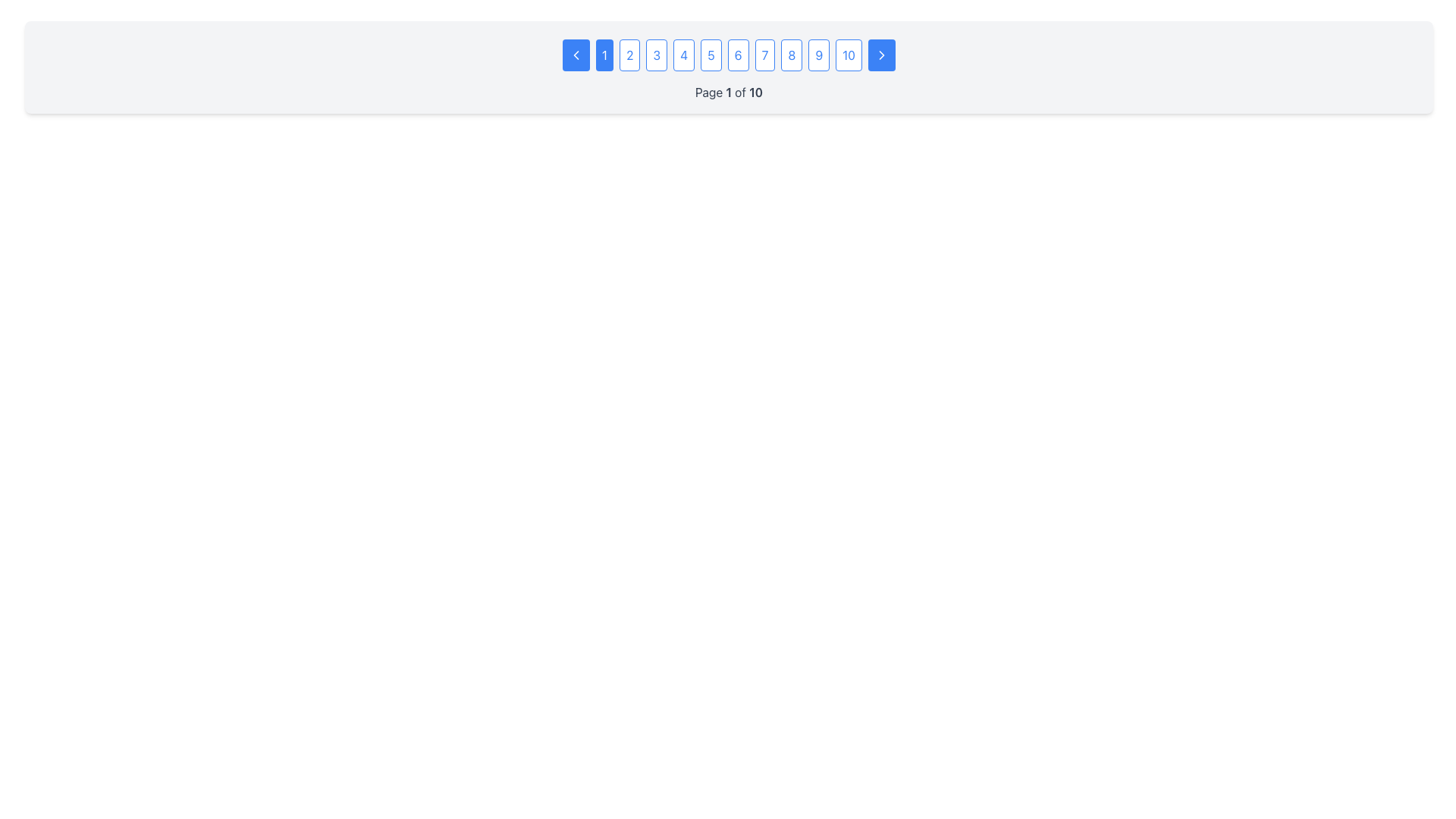  Describe the element at coordinates (738, 55) in the screenshot. I see `the sixth button in the pagination navigation bar, which has a white background and blue border with the number '6' in blue text` at that location.